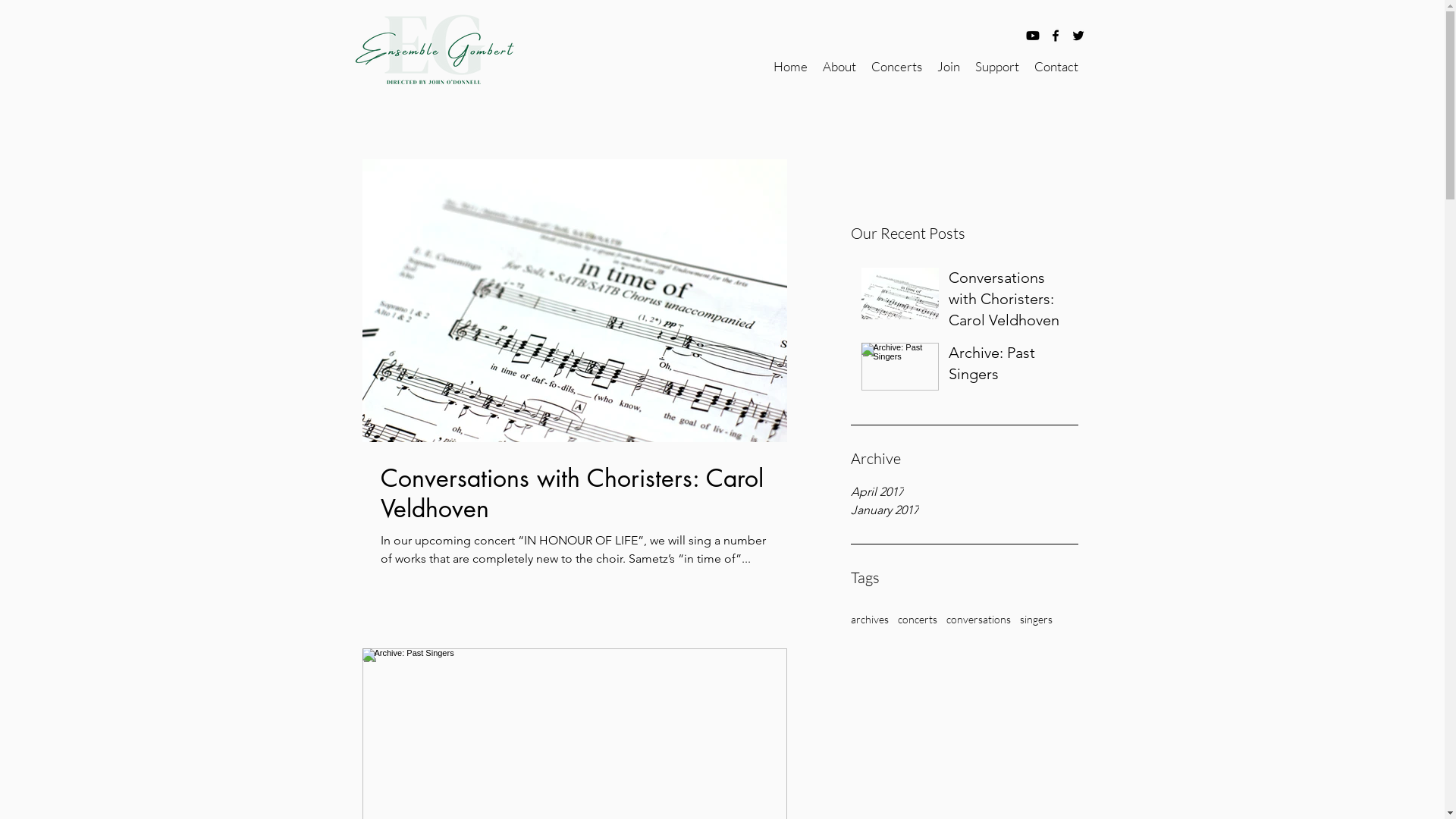 Image resolution: width=1456 pixels, height=819 pixels. Describe the element at coordinates (967, 66) in the screenshot. I see `'Support'` at that location.